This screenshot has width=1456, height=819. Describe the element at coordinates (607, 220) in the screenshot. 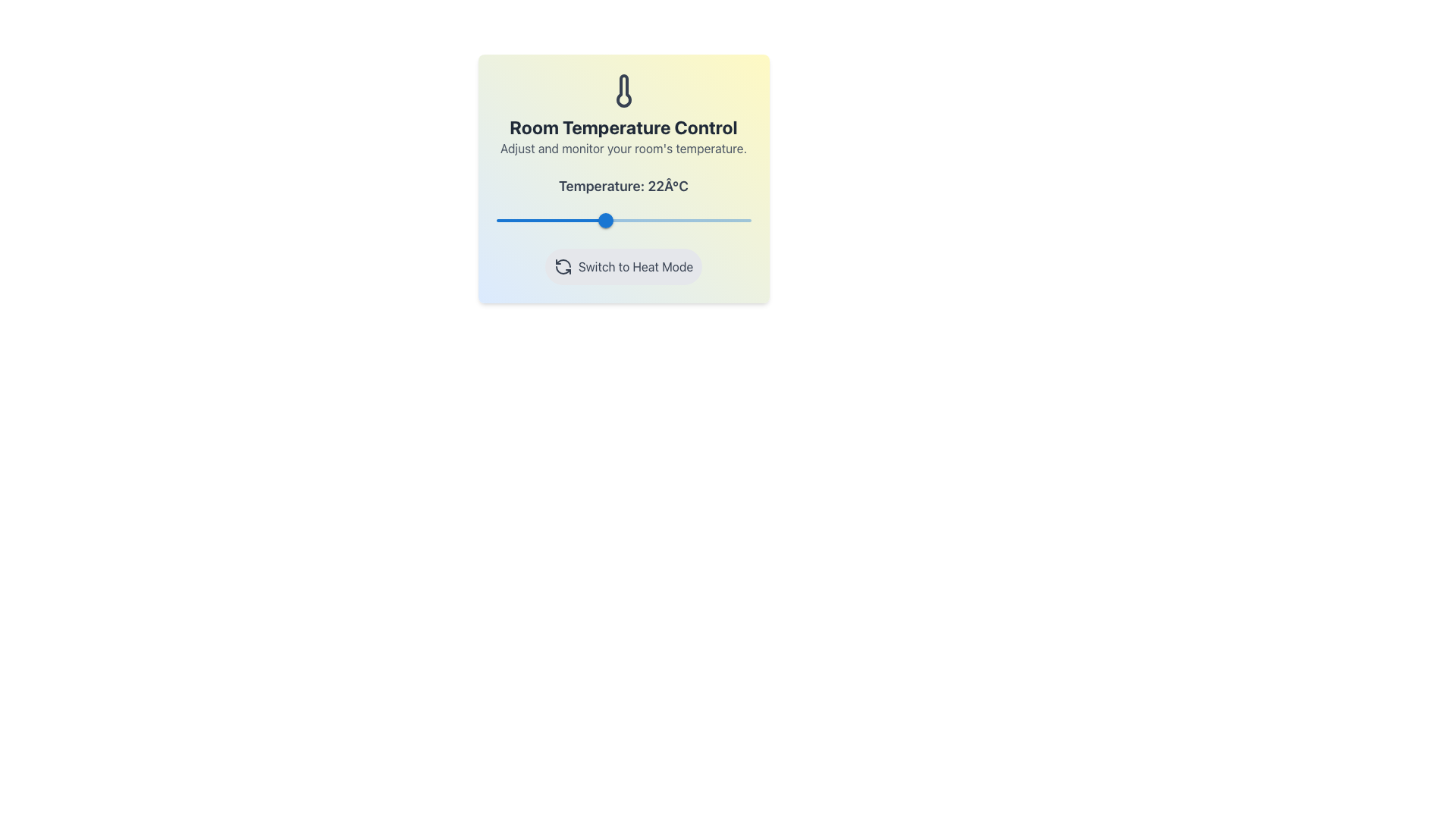

I see `the temperature` at that location.